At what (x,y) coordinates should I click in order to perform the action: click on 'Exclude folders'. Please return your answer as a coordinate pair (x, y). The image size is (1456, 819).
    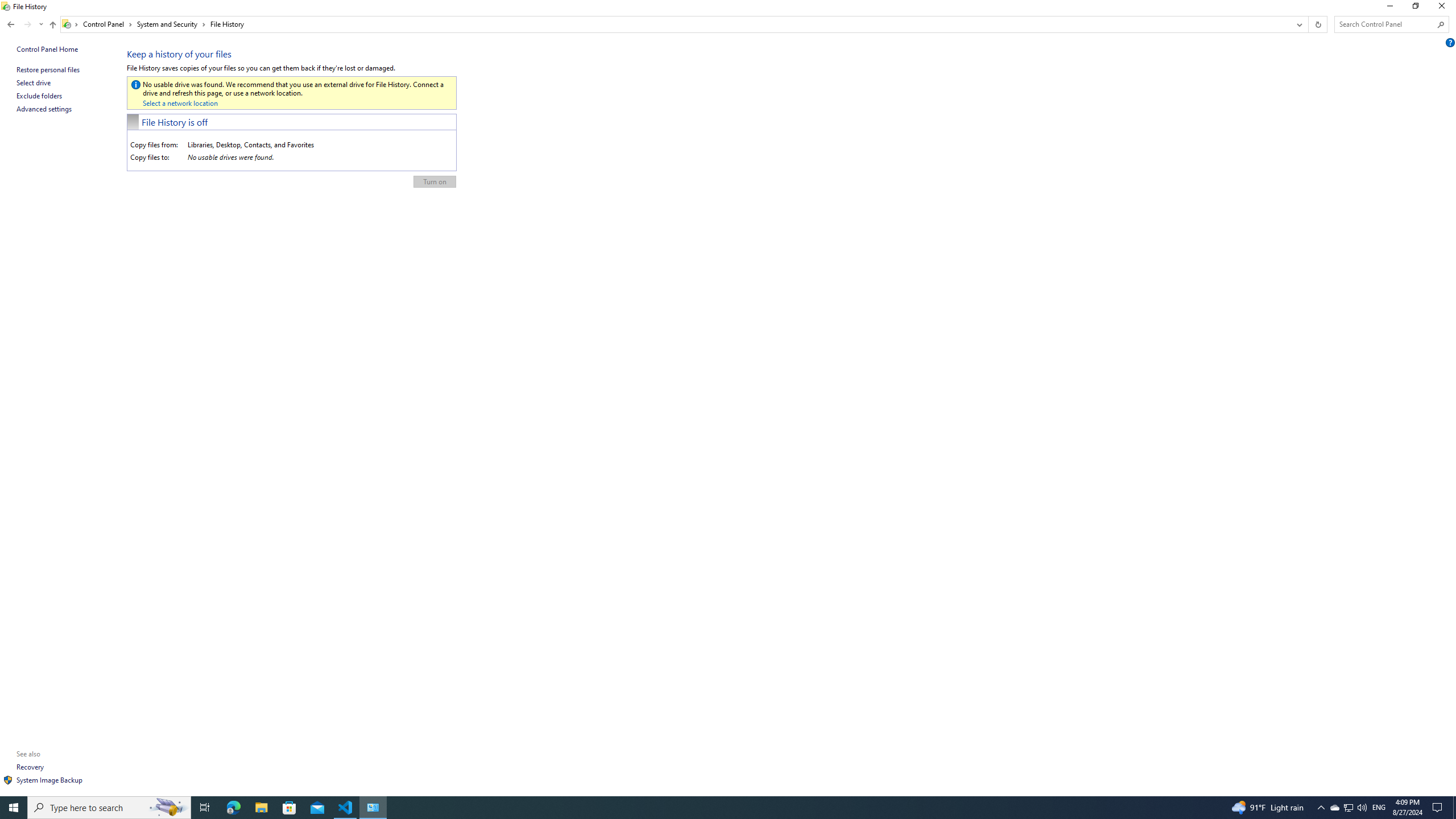
    Looking at the image, I should click on (39, 96).